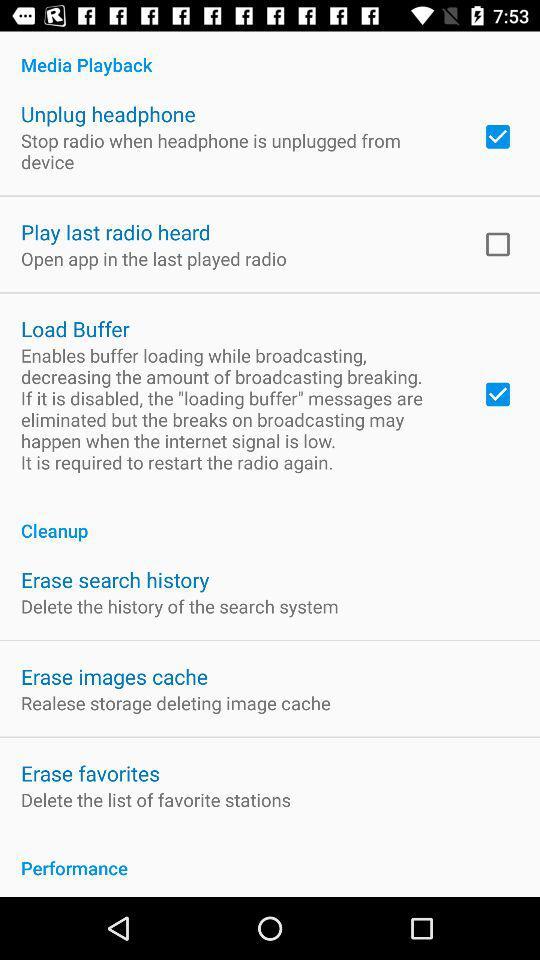  I want to click on item above stop radio when item, so click(108, 114).